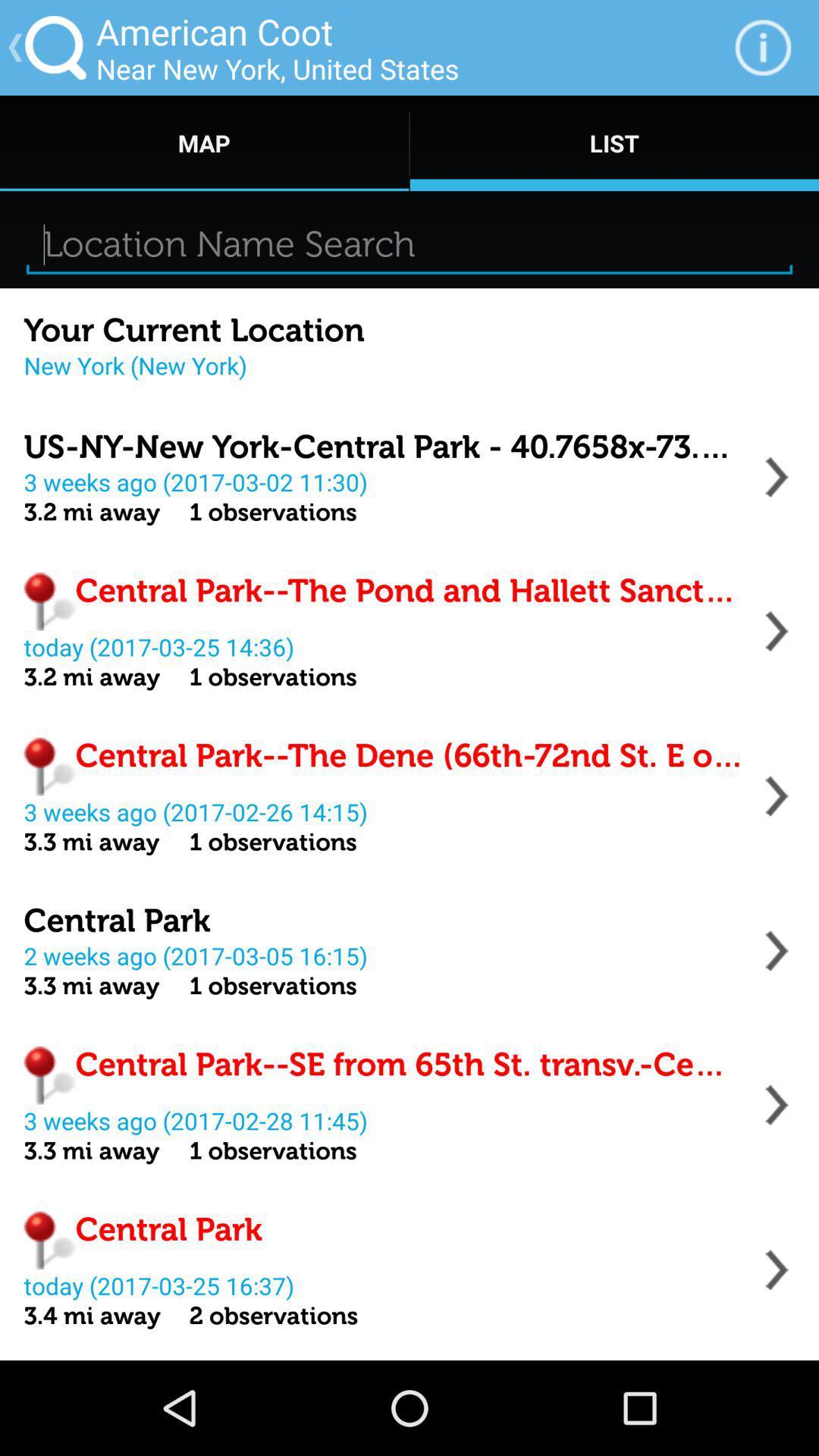  I want to click on address, so click(777, 795).